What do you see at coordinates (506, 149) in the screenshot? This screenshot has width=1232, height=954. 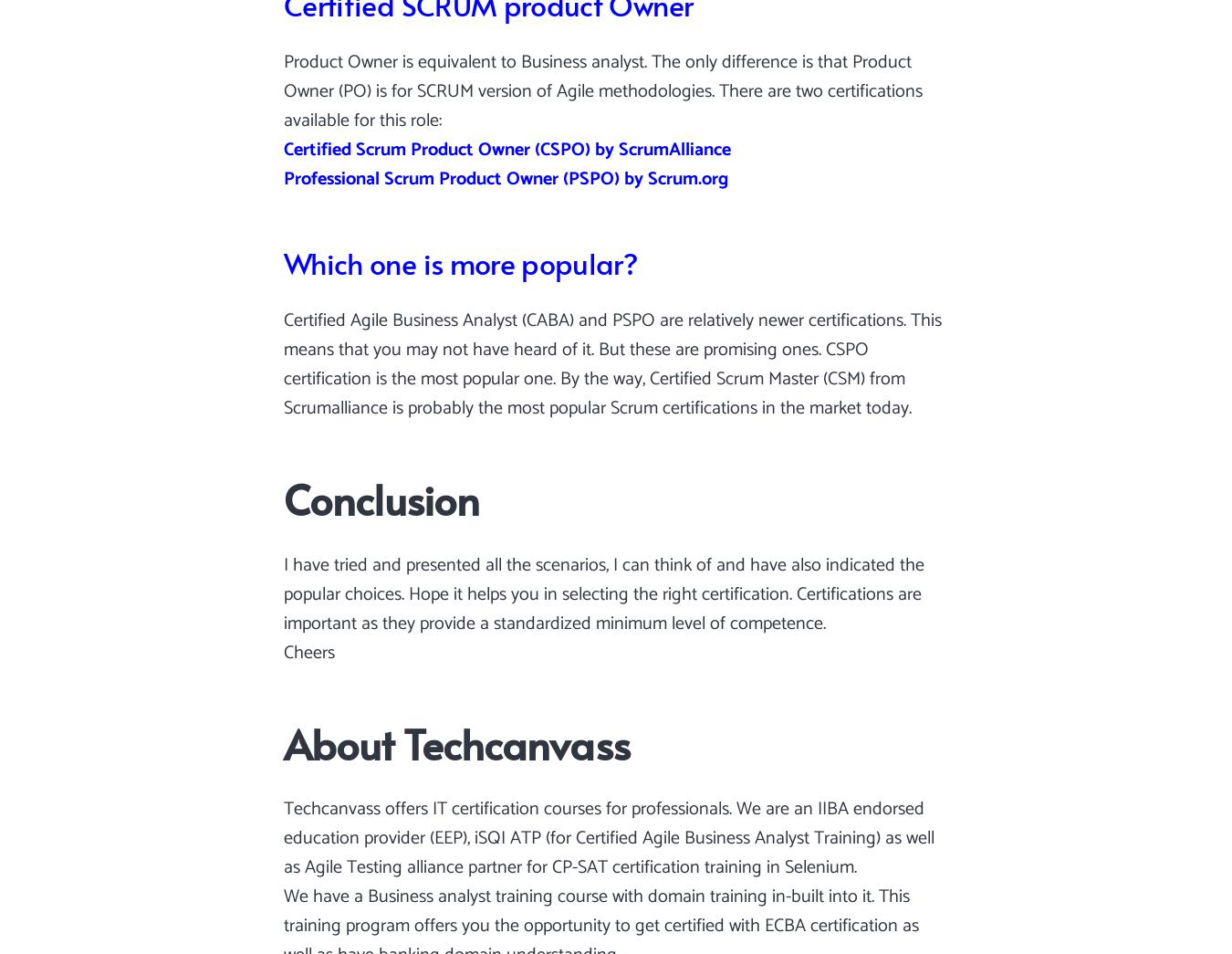 I see `'Certified Scrum Product Owner (CSPO) by ScrumAlliance'` at bounding box center [506, 149].